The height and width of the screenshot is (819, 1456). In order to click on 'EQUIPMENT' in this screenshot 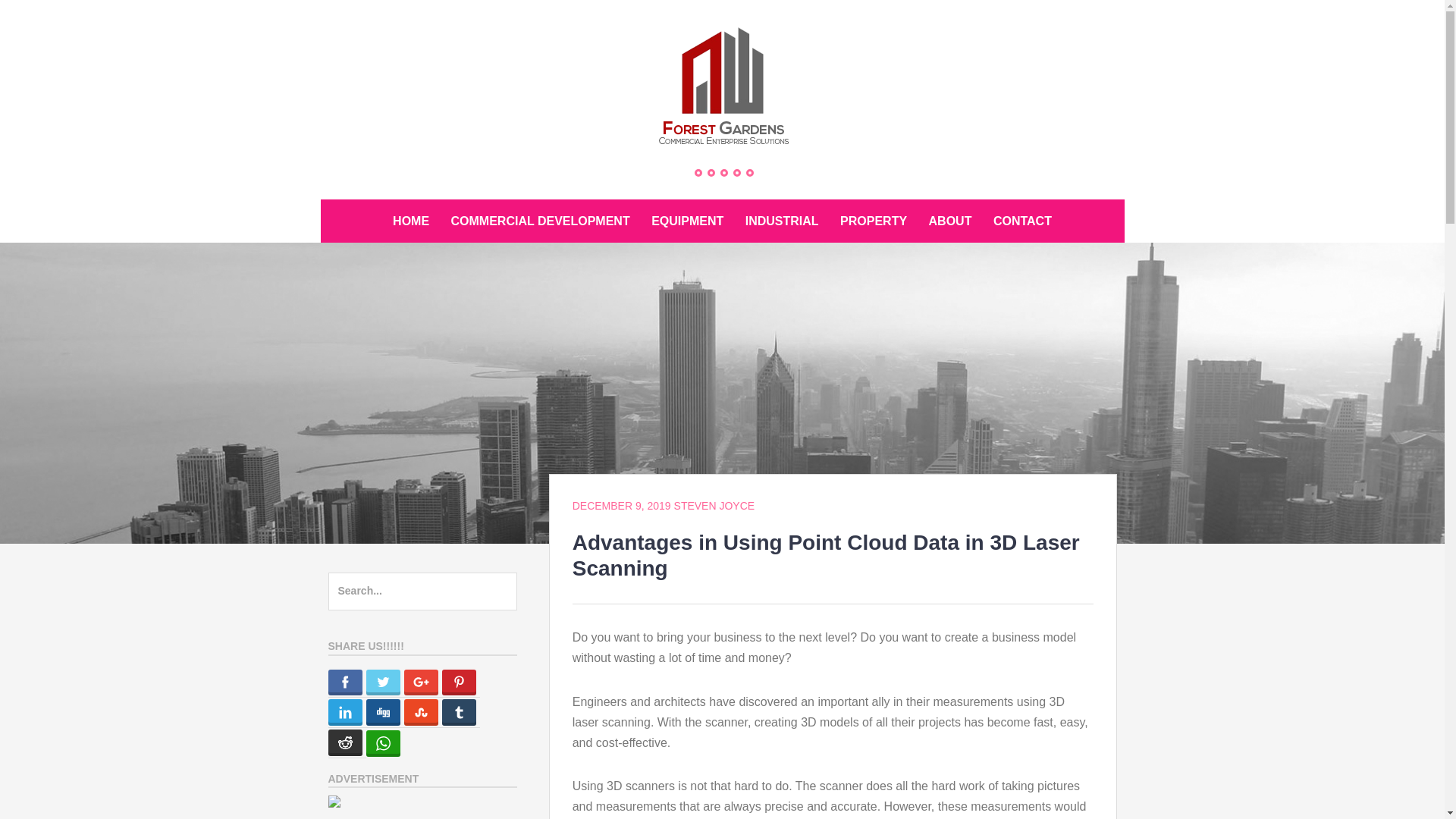, I will do `click(686, 221)`.